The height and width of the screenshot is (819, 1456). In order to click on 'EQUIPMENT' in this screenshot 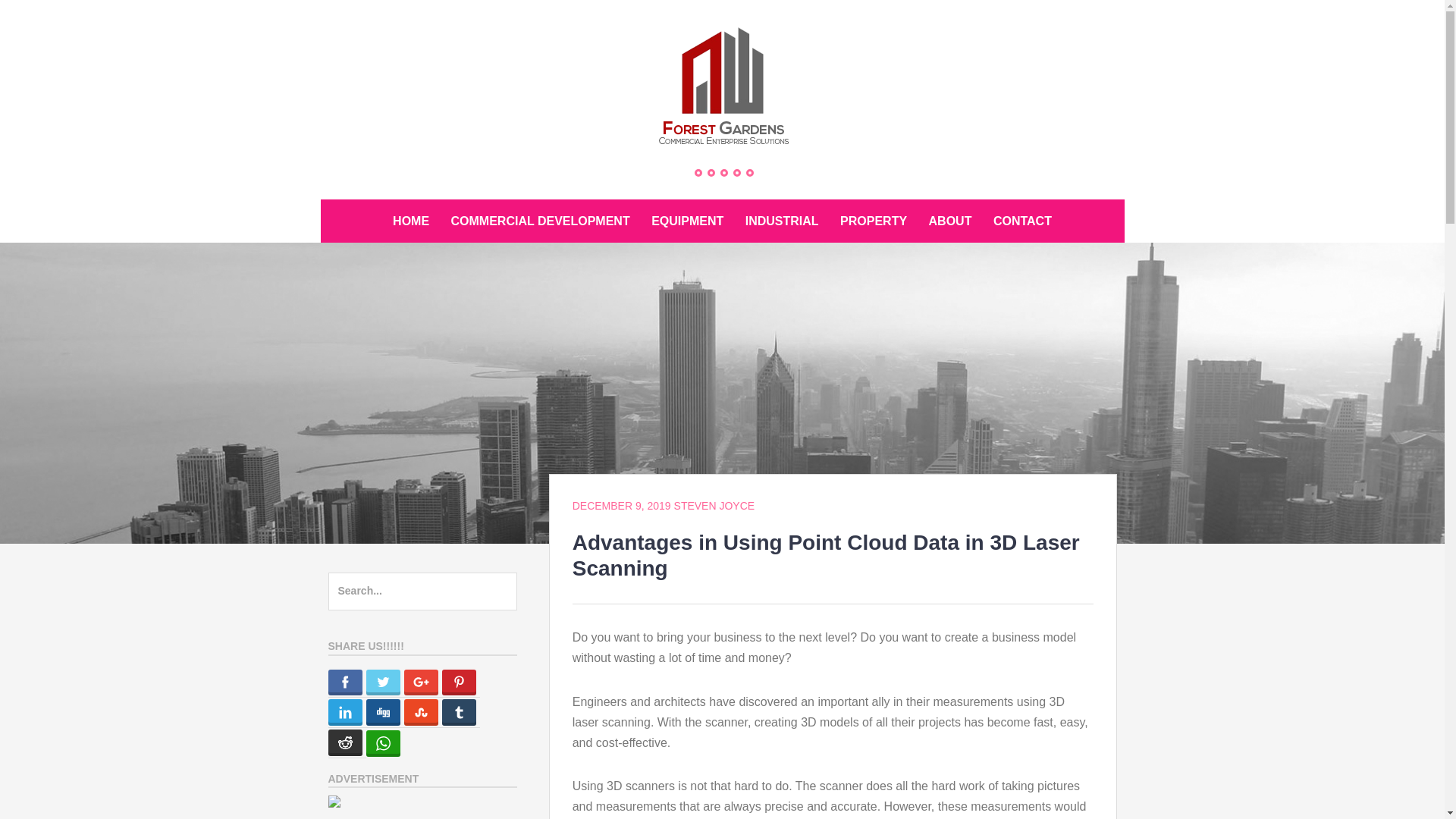, I will do `click(686, 221)`.